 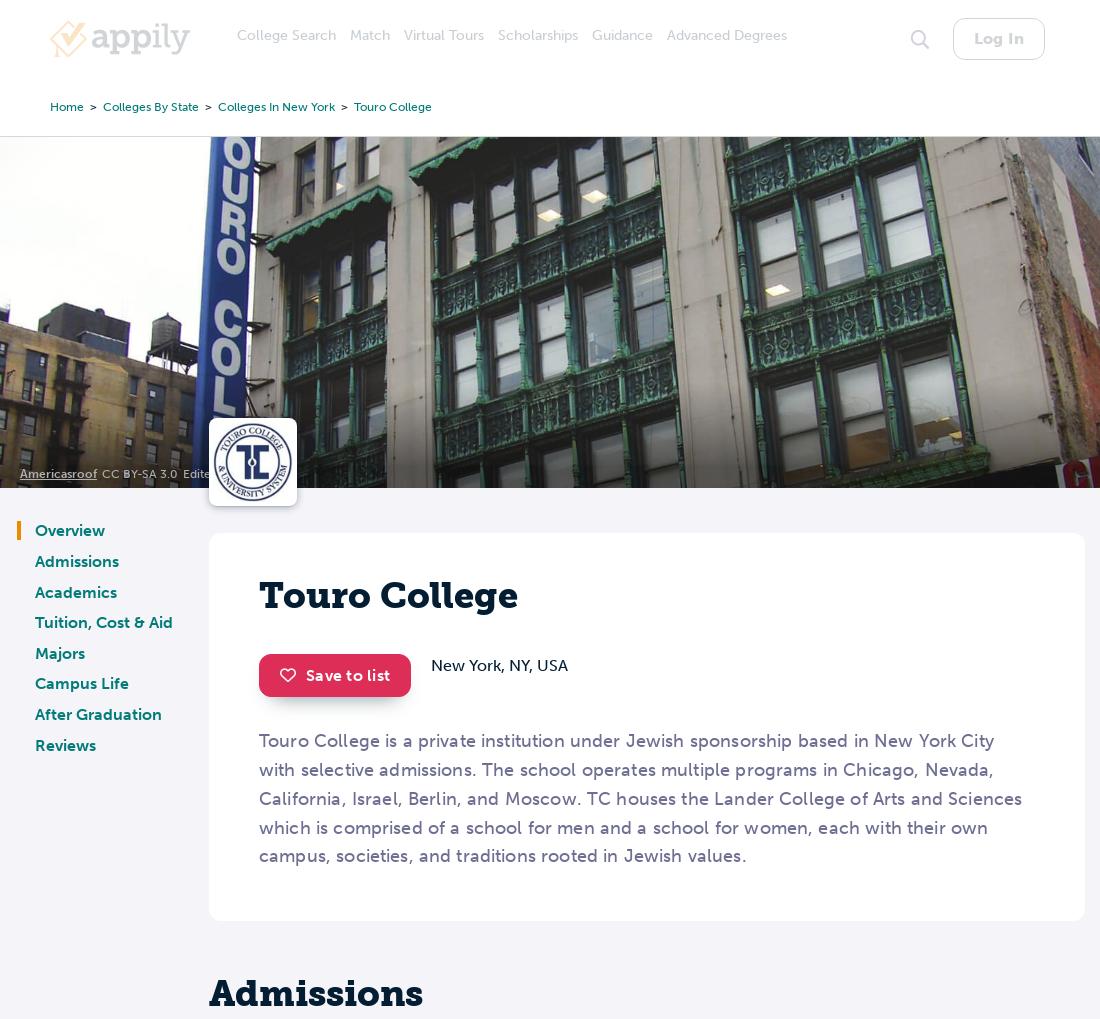 What do you see at coordinates (370, 34) in the screenshot?
I see `'Match'` at bounding box center [370, 34].